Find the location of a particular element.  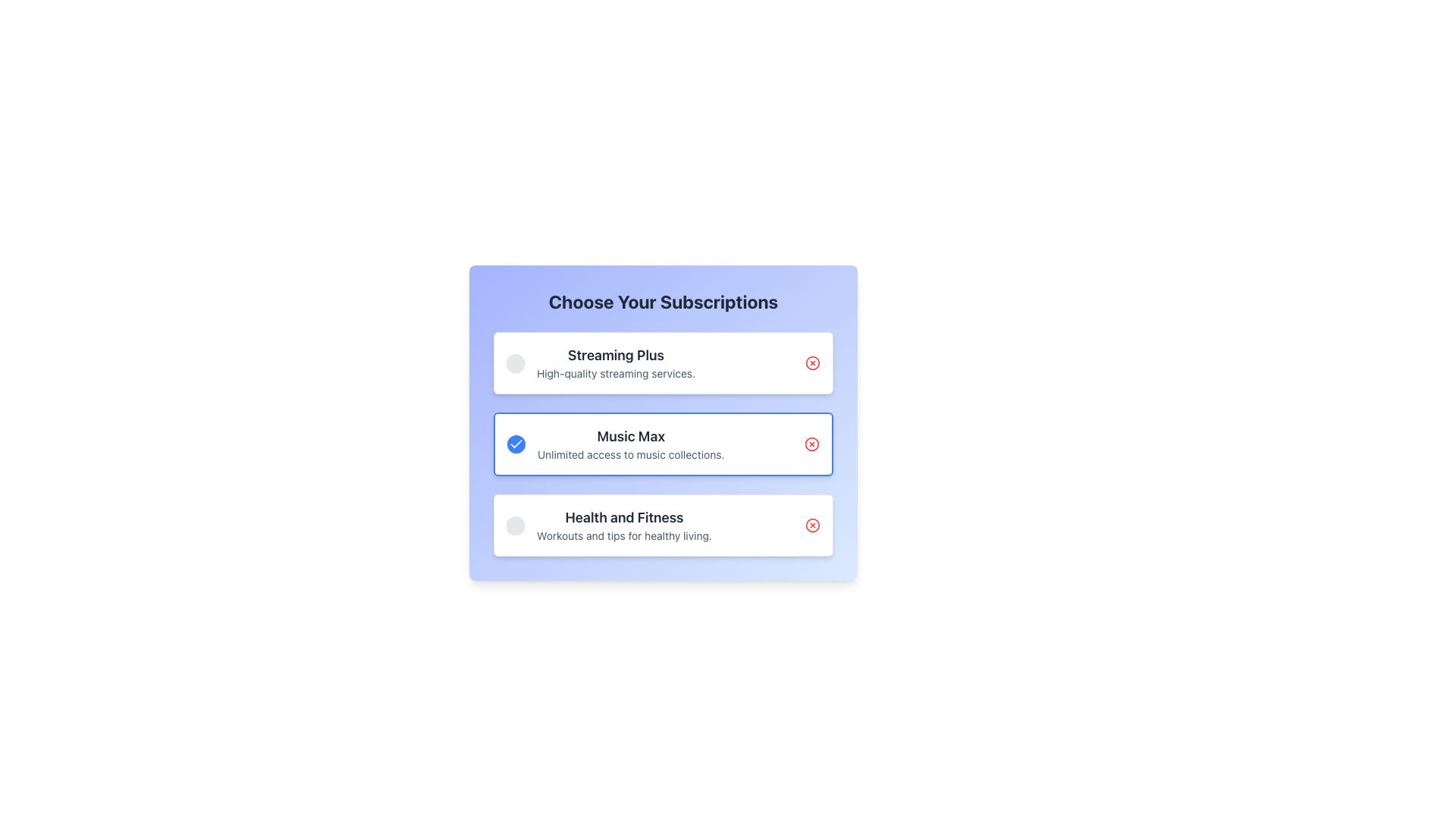

the circular radio button located near the left side of the 'Streaming Plus' subscription option is located at coordinates (516, 362).